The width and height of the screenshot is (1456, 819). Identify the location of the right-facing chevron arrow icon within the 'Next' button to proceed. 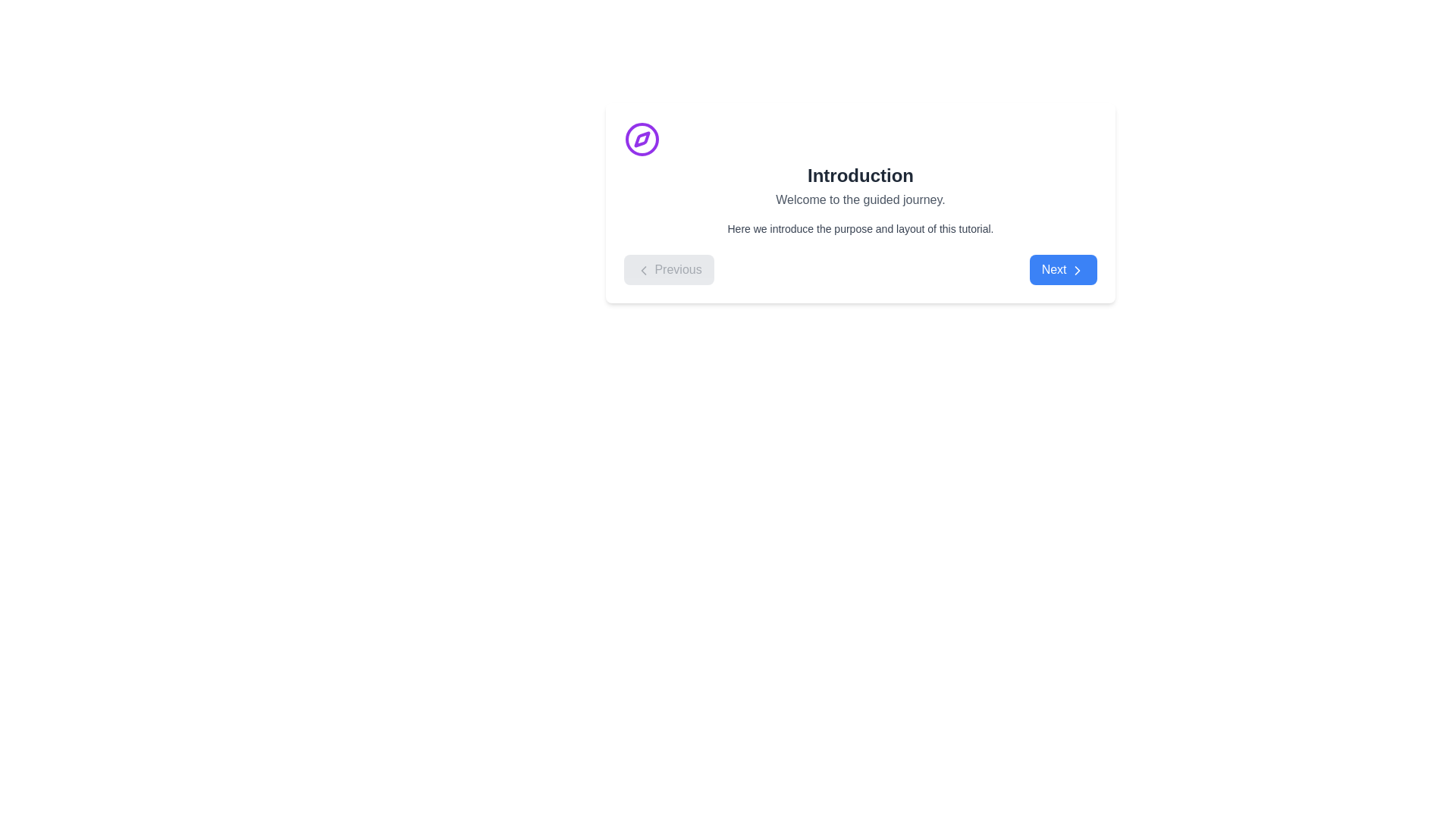
(1076, 268).